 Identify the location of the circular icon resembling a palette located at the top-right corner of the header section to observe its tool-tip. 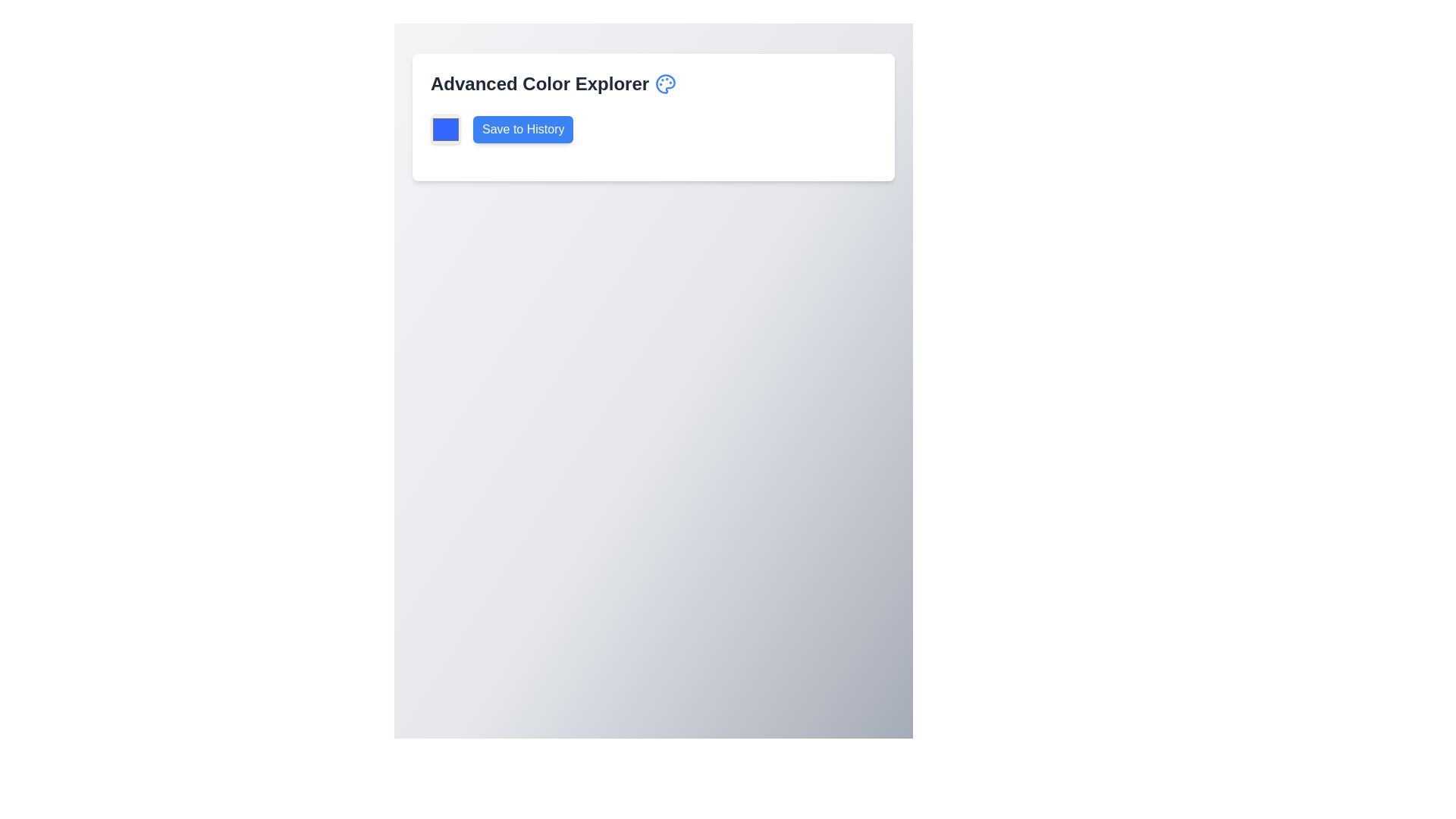
(666, 84).